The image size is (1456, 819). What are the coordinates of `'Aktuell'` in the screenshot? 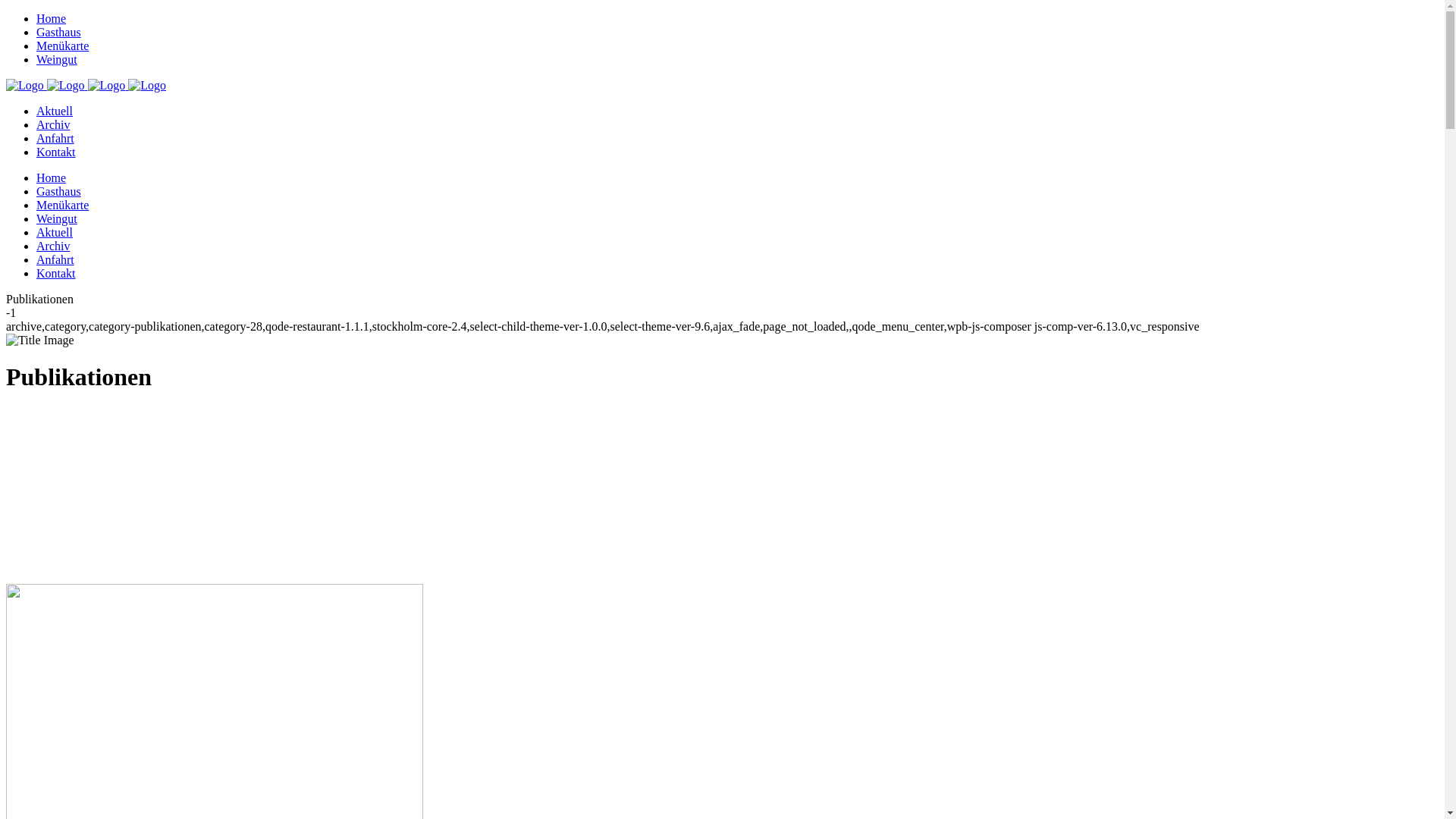 It's located at (55, 110).